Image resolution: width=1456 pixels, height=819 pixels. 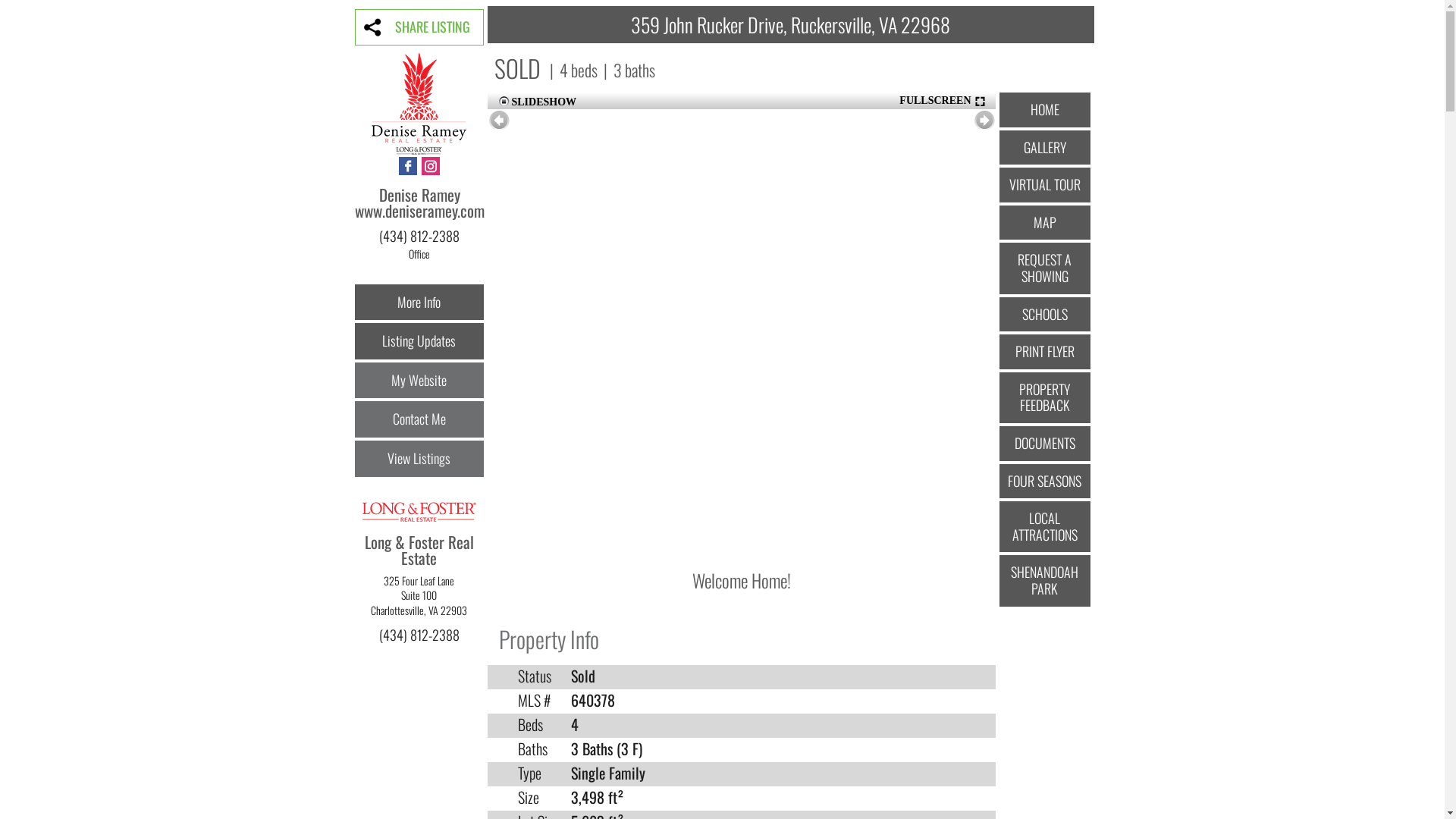 What do you see at coordinates (999, 580) in the screenshot?
I see `'SHENANDOAH PARK'` at bounding box center [999, 580].